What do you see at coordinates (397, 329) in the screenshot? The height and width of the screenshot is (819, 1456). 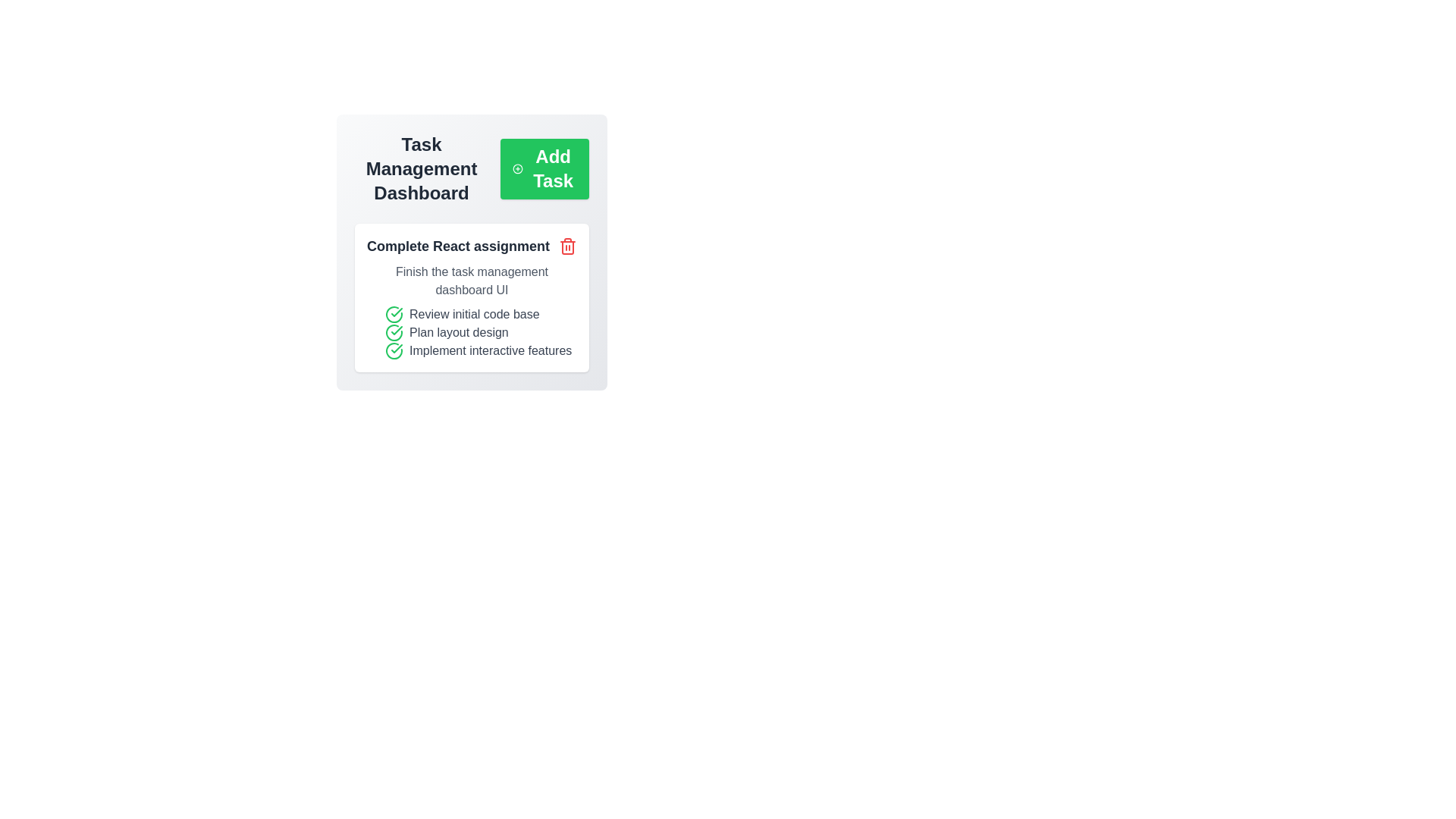 I see `the green checkmark vector icon within the completed task circle in the checklist UI` at bounding box center [397, 329].